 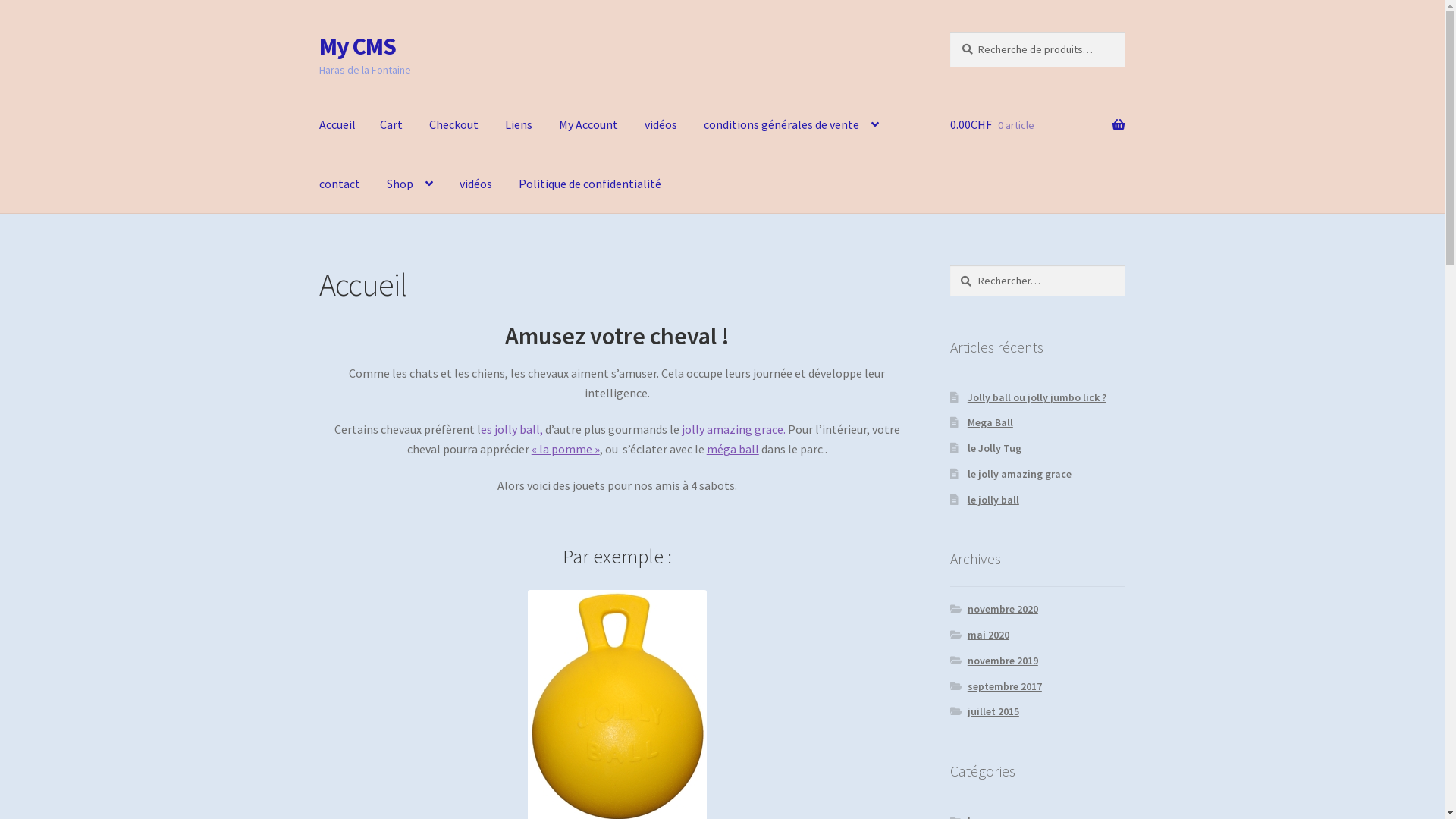 I want to click on 'Shop', so click(x=409, y=184).